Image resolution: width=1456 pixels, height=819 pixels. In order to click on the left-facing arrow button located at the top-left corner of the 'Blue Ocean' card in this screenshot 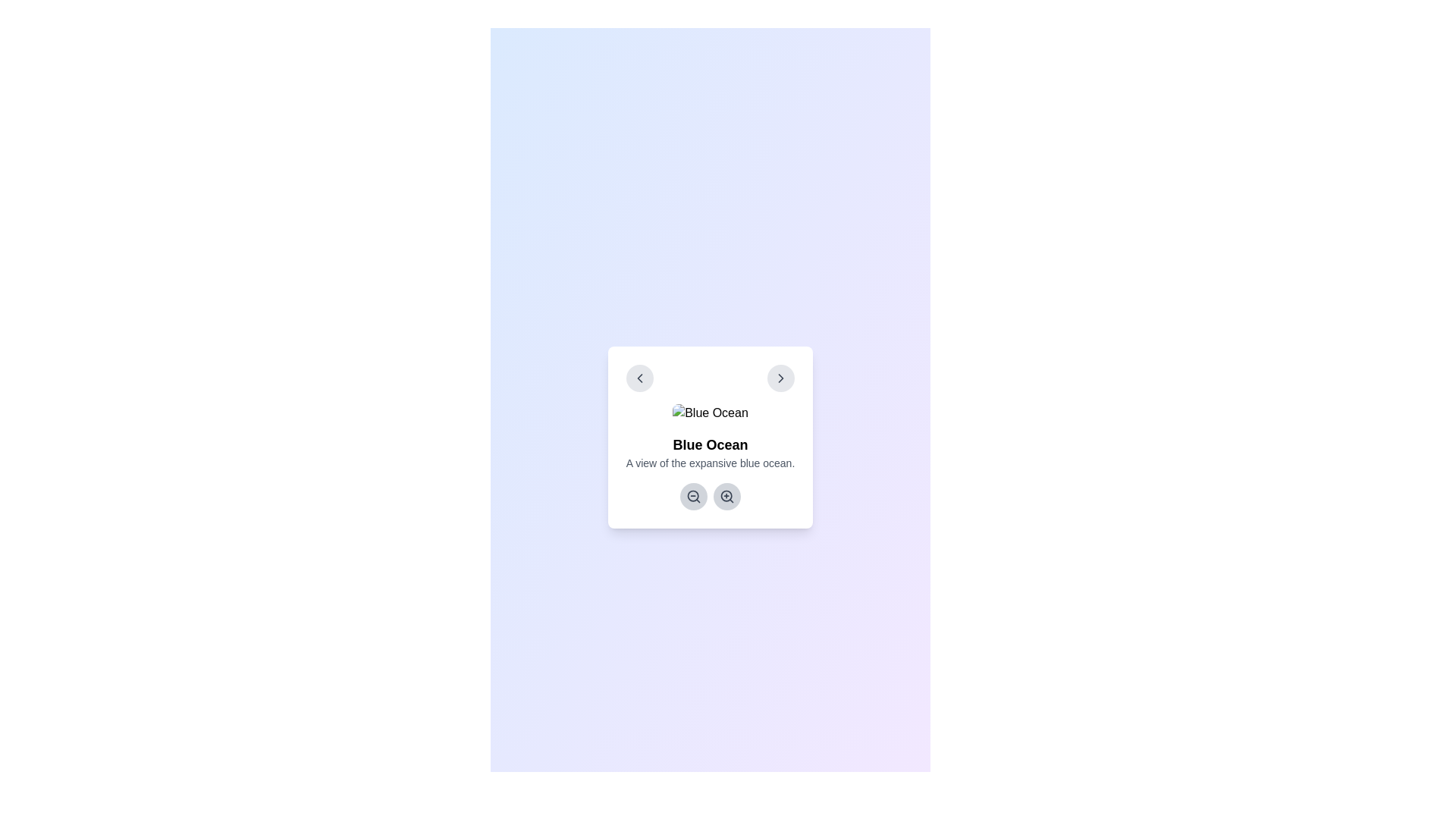, I will do `click(639, 377)`.